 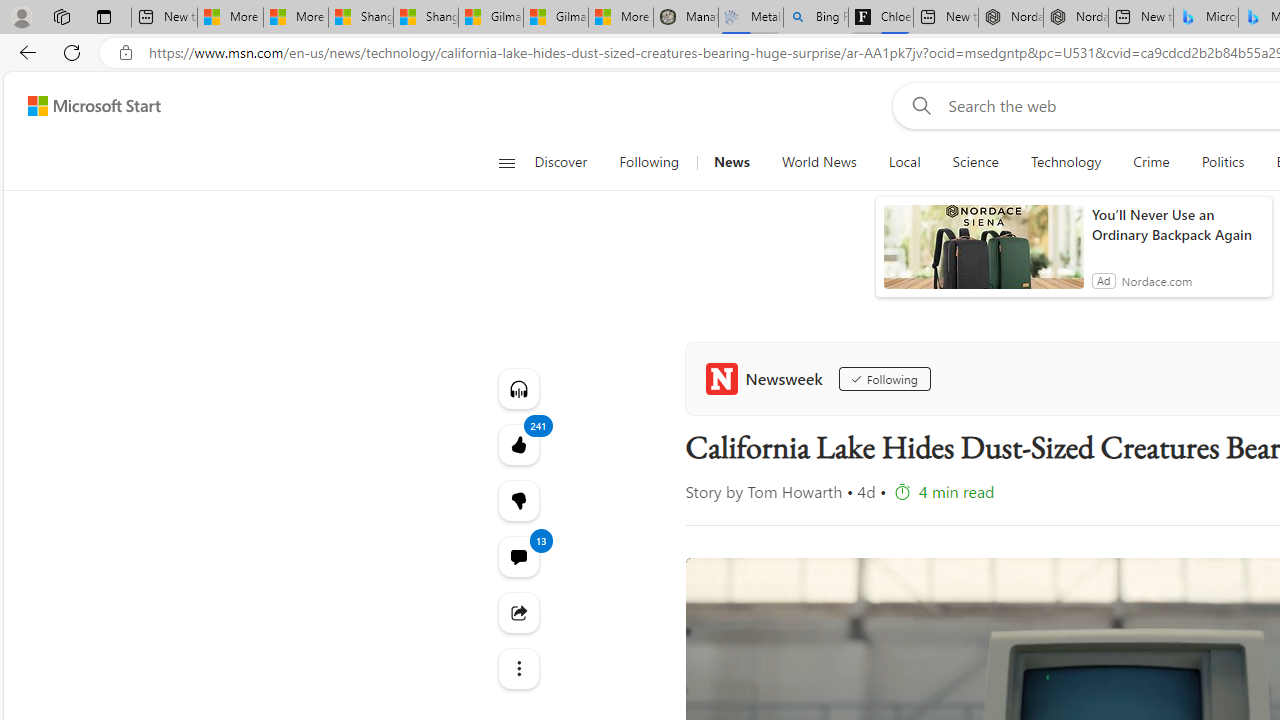 What do you see at coordinates (518, 388) in the screenshot?
I see `'Listen to this article'` at bounding box center [518, 388].